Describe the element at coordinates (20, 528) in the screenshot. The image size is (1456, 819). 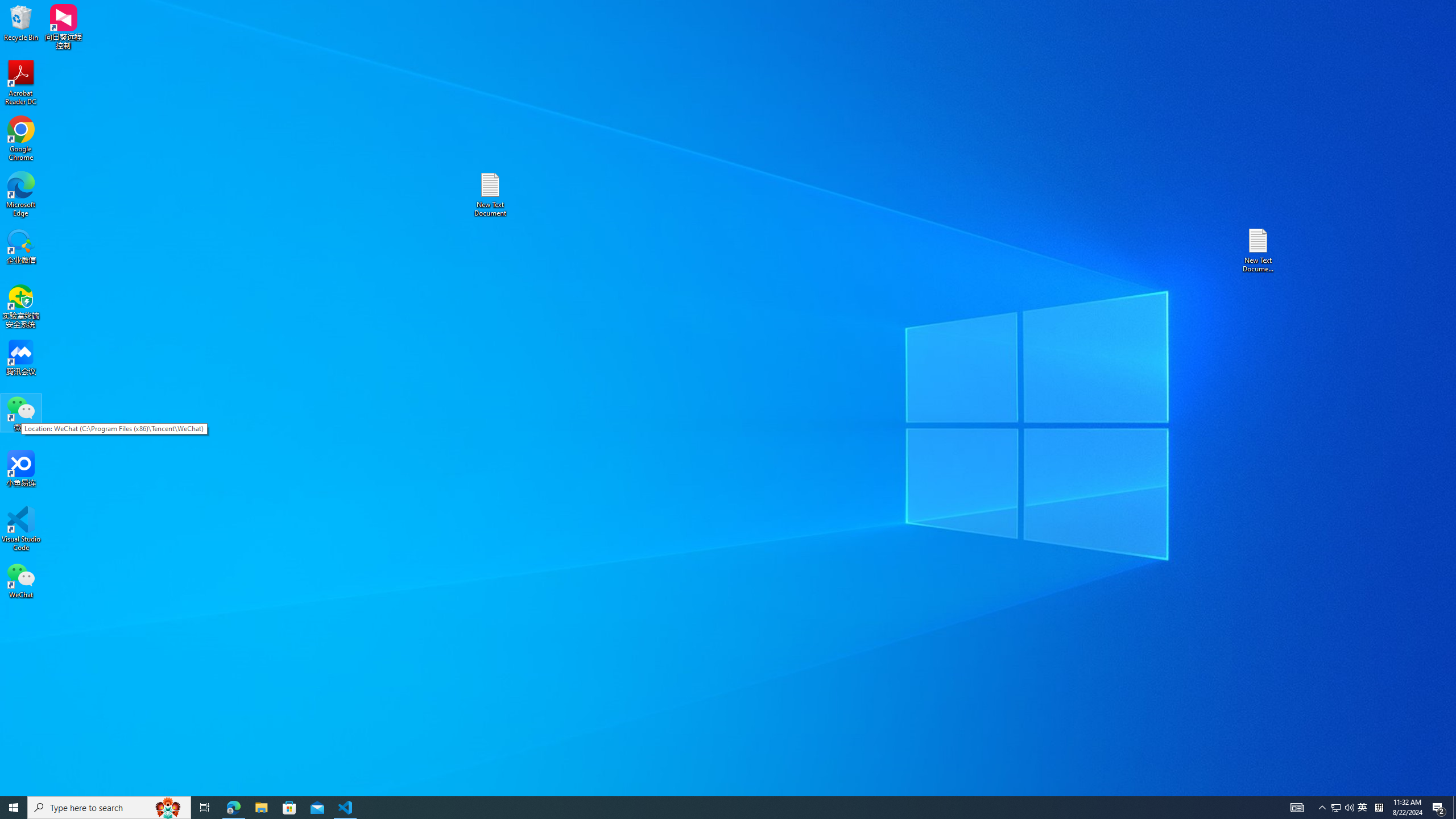
I see `'Visual Studio Code'` at that location.